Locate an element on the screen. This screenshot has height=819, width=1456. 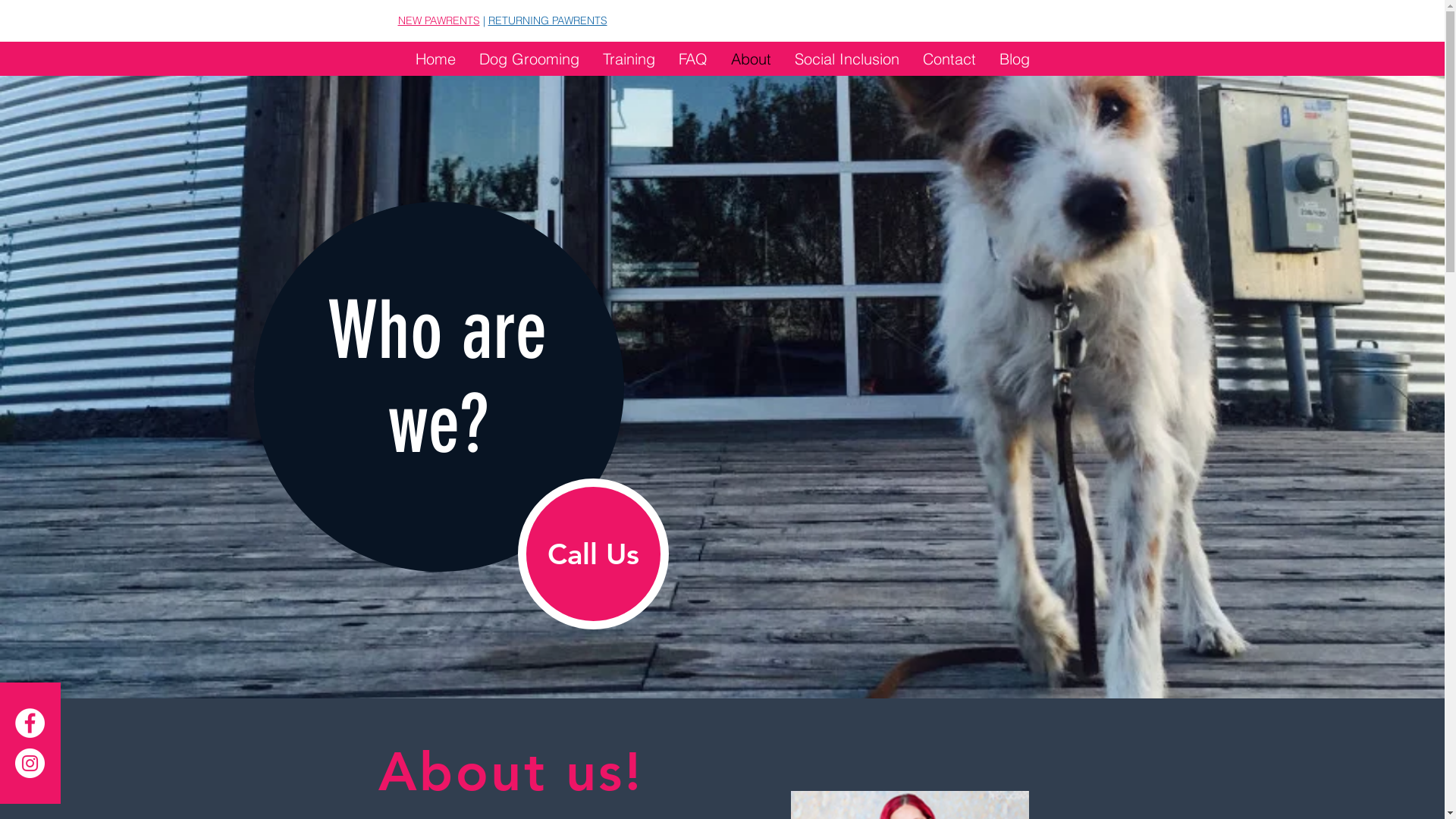
'Contact' is located at coordinates (948, 58).